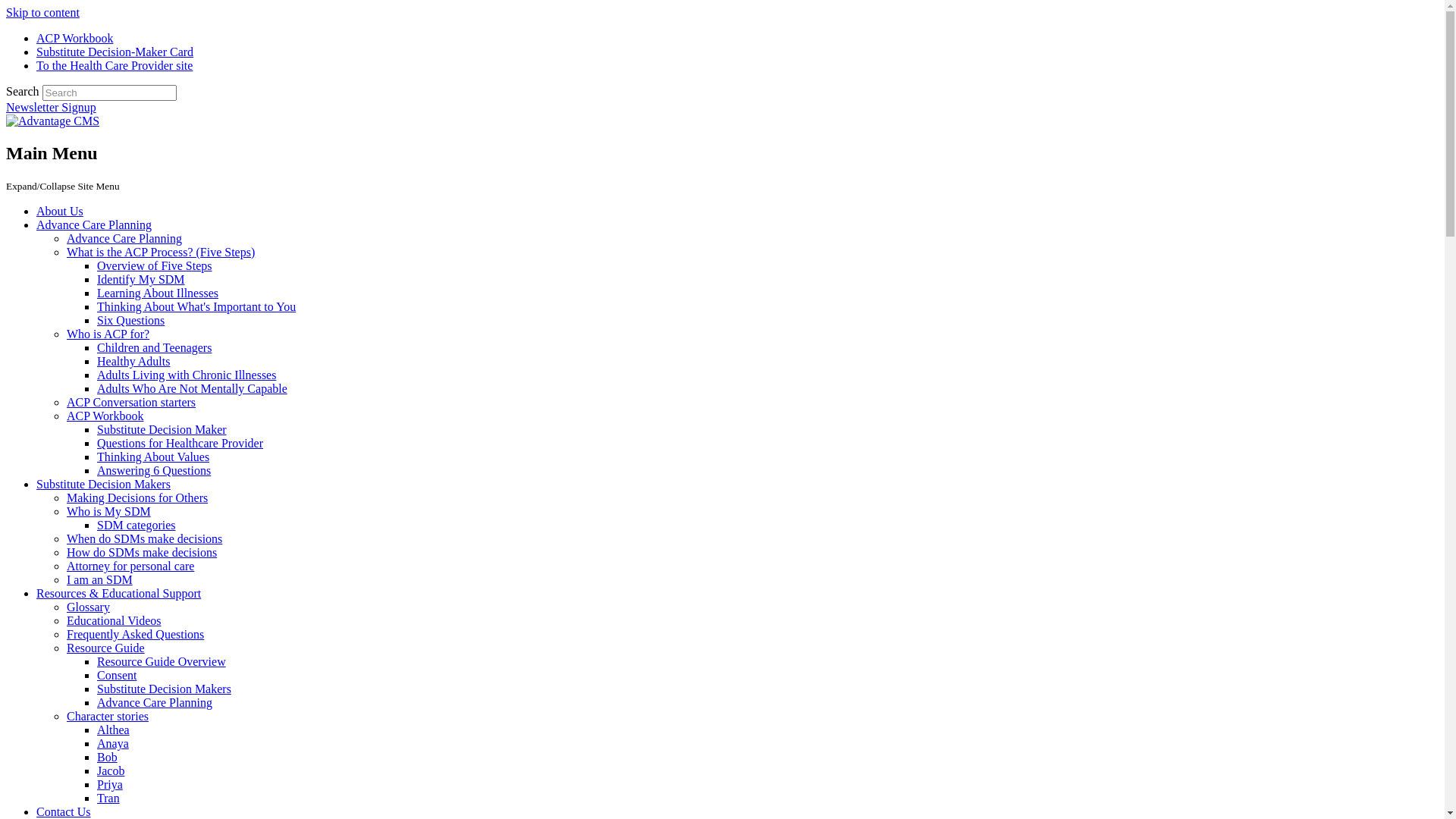 The height and width of the screenshot is (819, 1456). What do you see at coordinates (65, 552) in the screenshot?
I see `'How do SDMs make decisions'` at bounding box center [65, 552].